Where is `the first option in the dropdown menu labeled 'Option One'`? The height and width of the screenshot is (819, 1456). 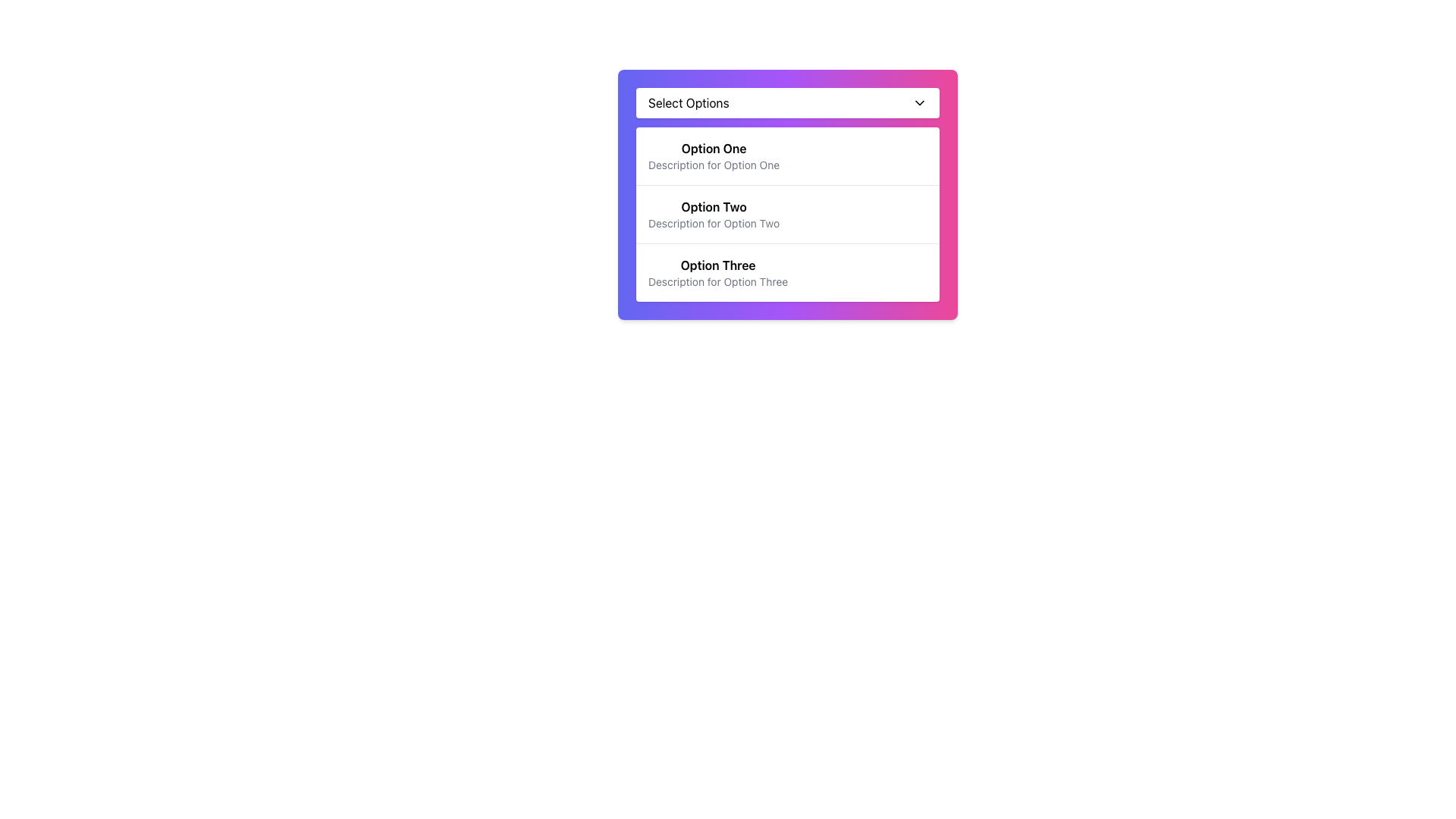
the first option in the dropdown menu labeled 'Option One' is located at coordinates (787, 155).